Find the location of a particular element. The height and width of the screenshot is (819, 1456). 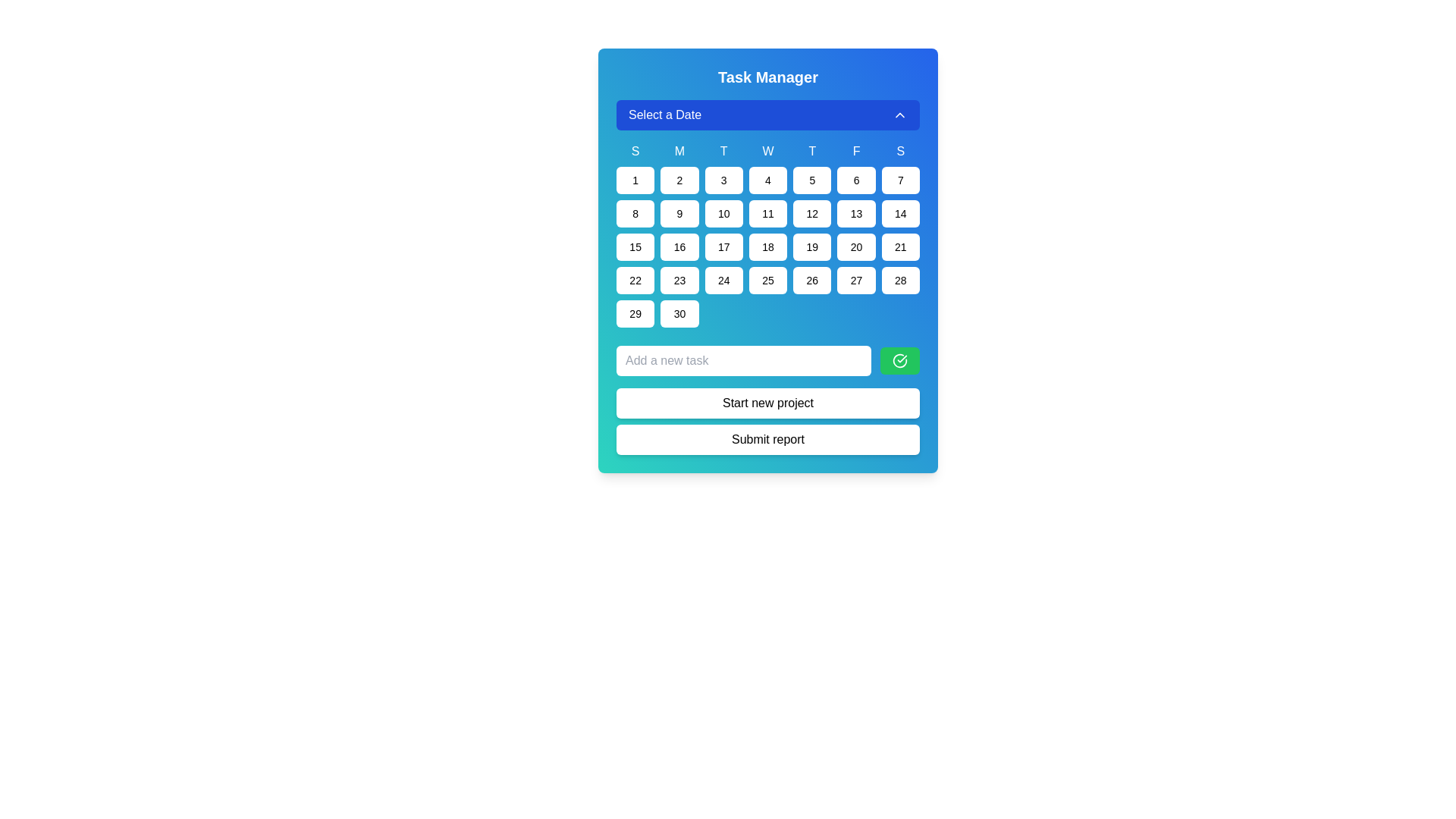

the rectangular button with rounded corners labeled '11' is located at coordinates (767, 213).